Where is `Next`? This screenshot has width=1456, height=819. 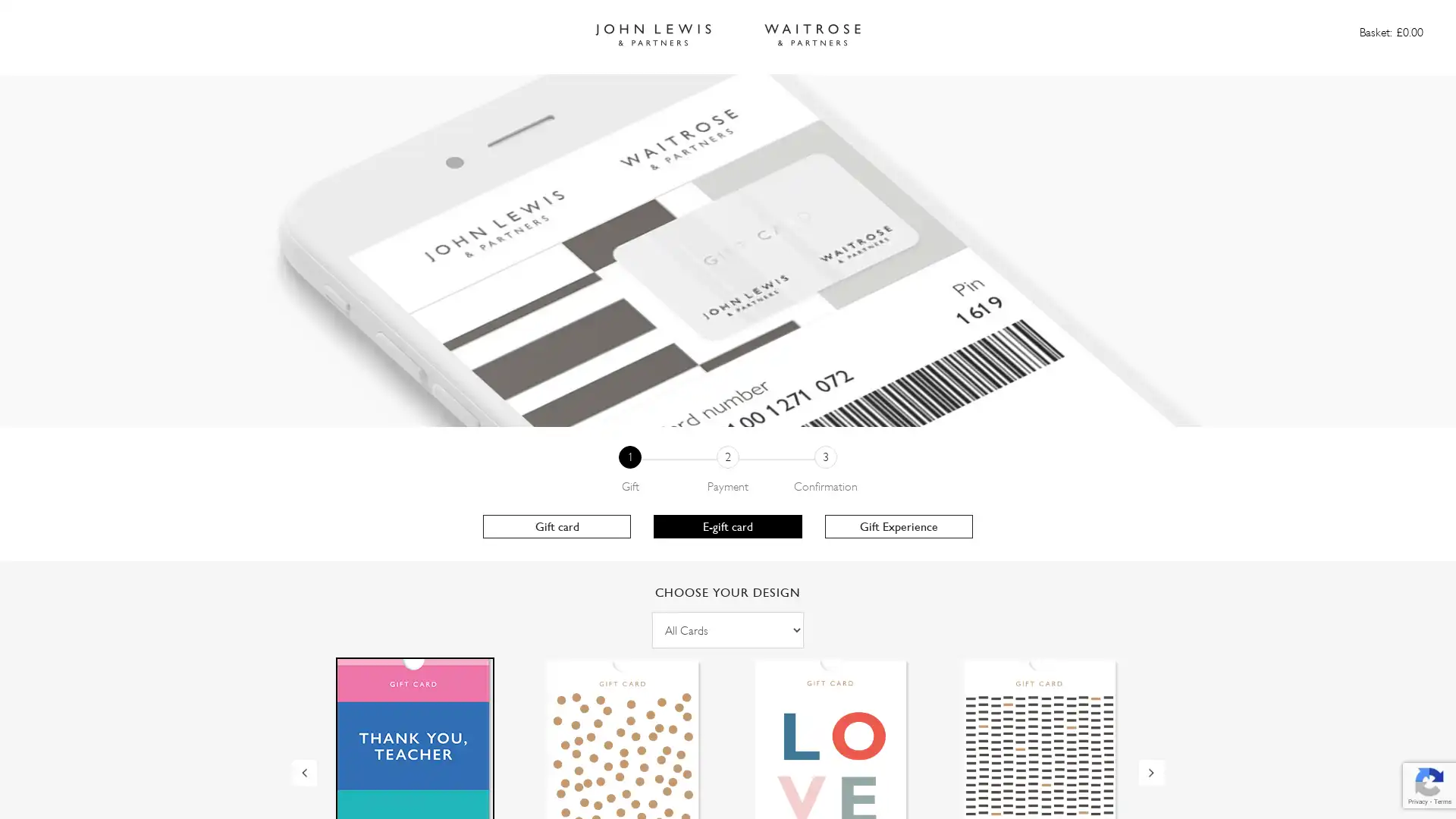 Next is located at coordinates (1151, 772).